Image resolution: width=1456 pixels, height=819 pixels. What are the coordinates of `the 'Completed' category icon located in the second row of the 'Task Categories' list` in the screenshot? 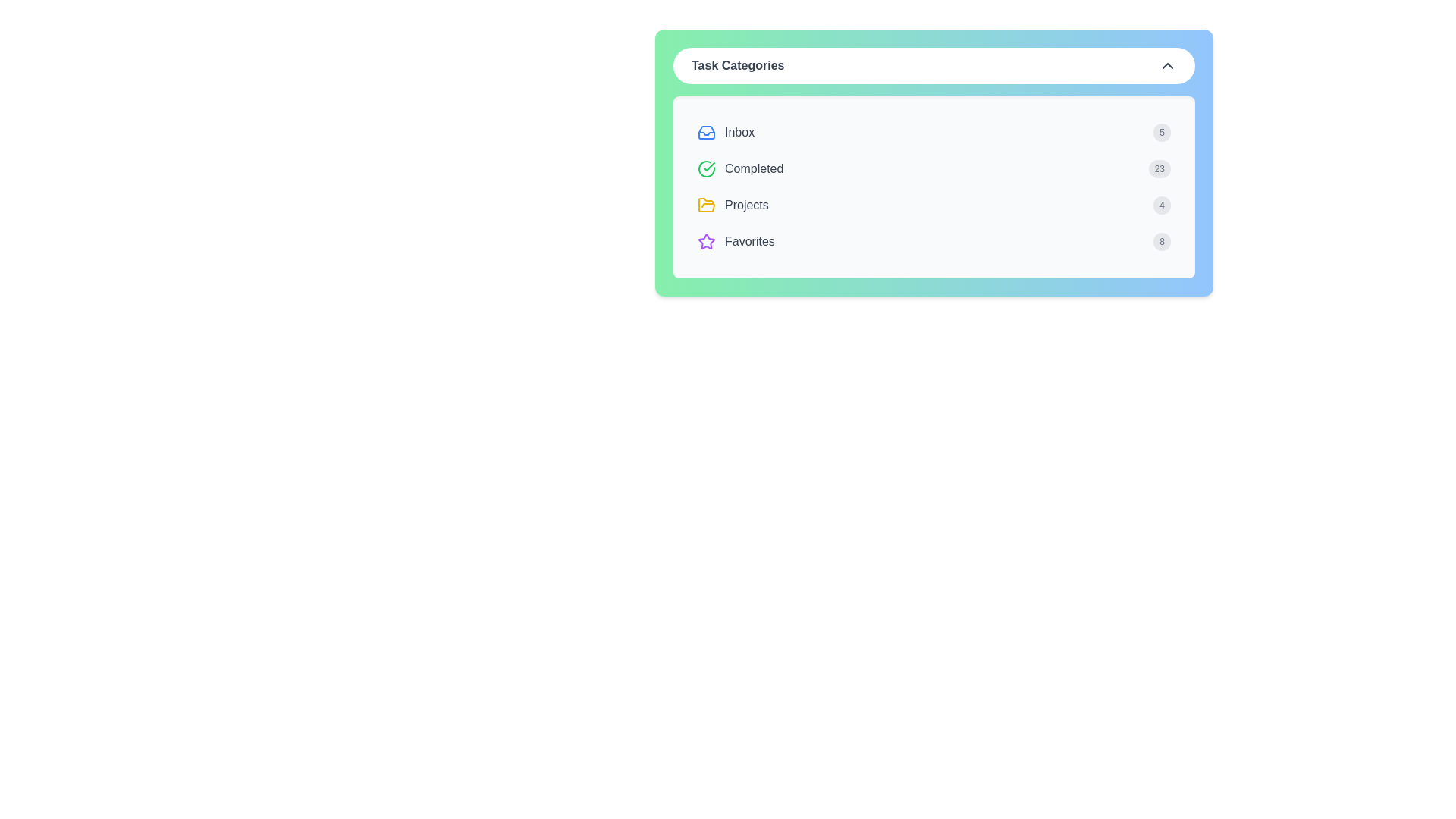 It's located at (705, 169).